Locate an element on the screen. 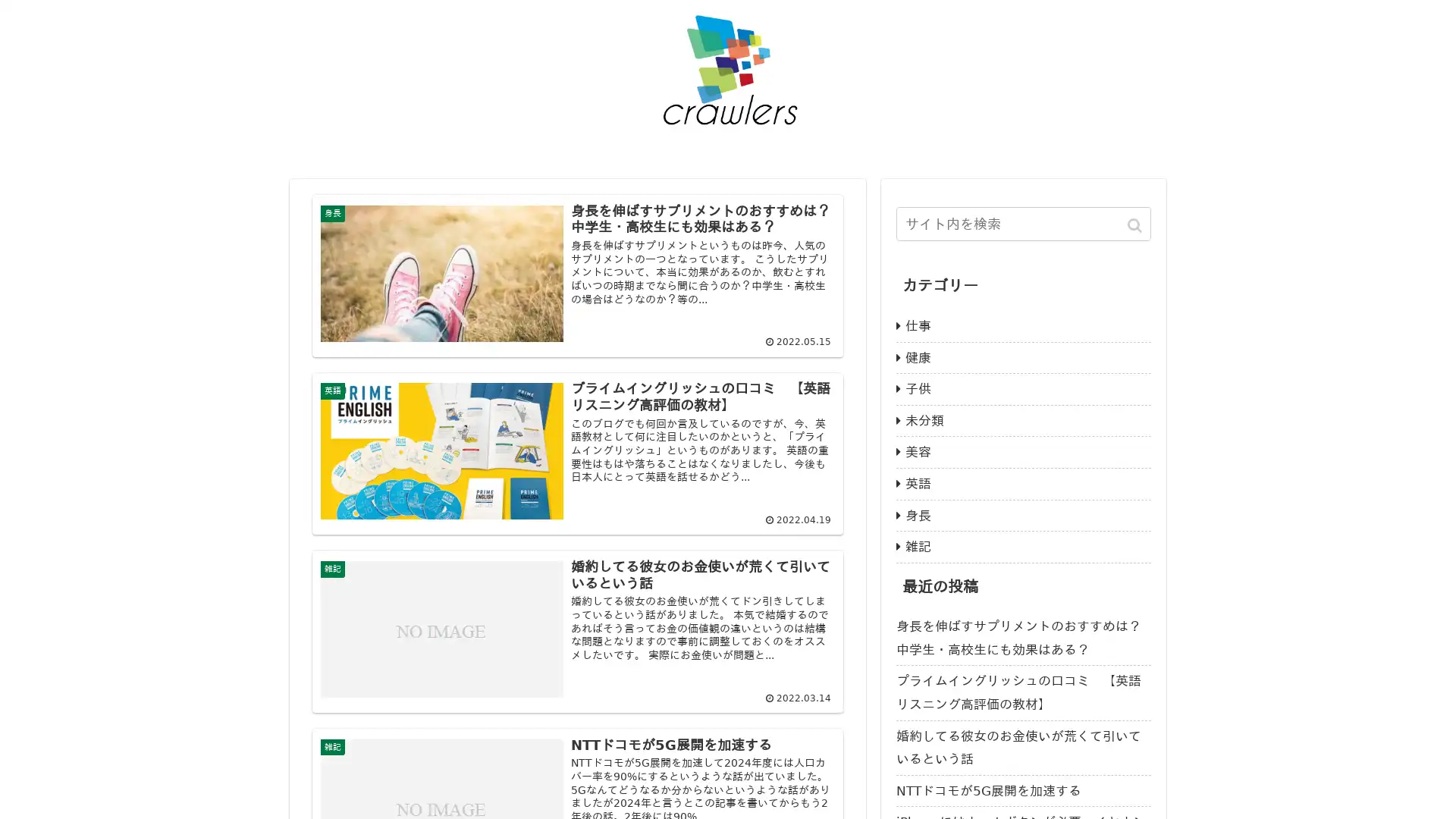  button is located at coordinates (1136, 225).